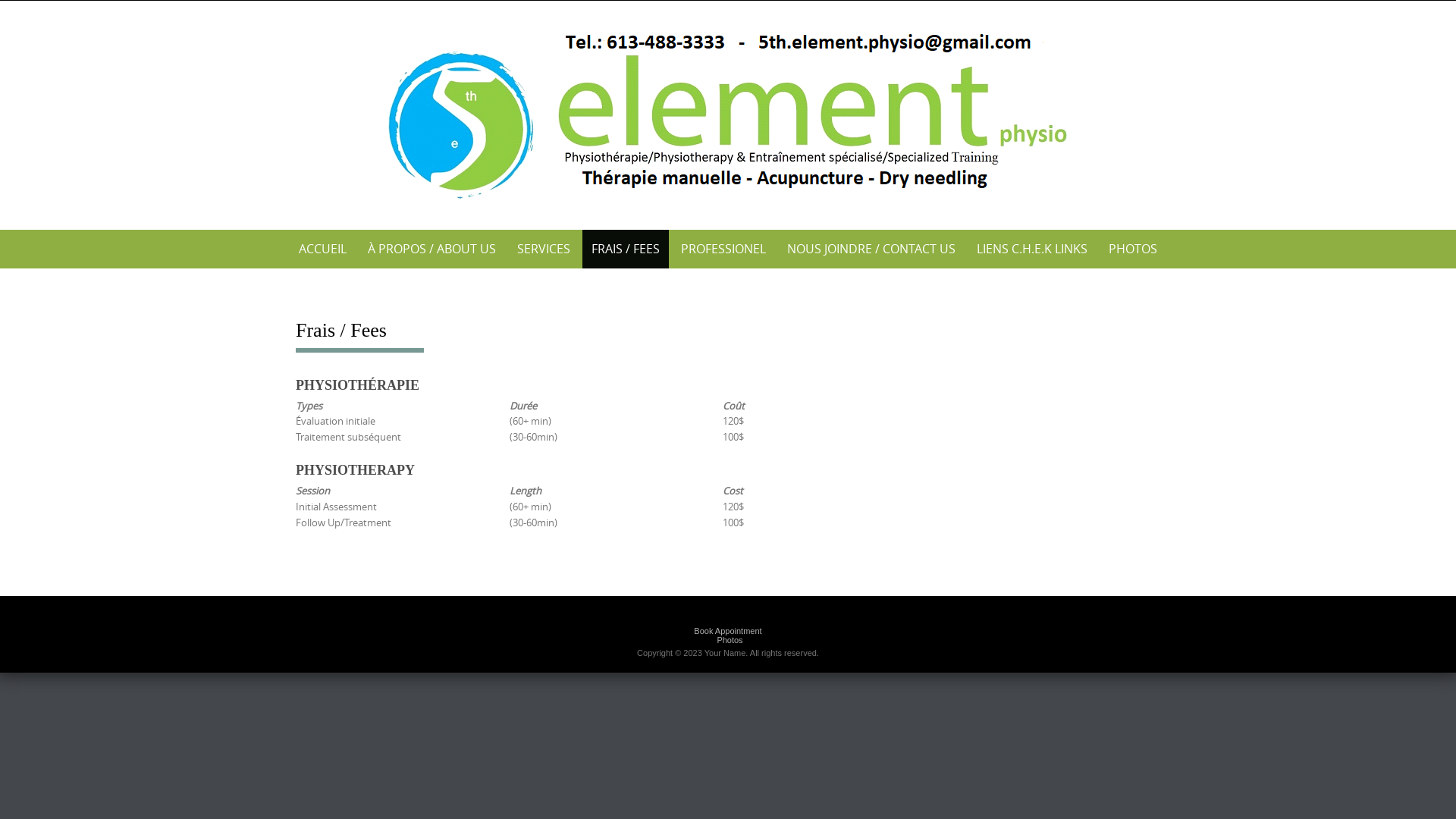  Describe the element at coordinates (582, 248) in the screenshot. I see `'FRAIS / FEES'` at that location.